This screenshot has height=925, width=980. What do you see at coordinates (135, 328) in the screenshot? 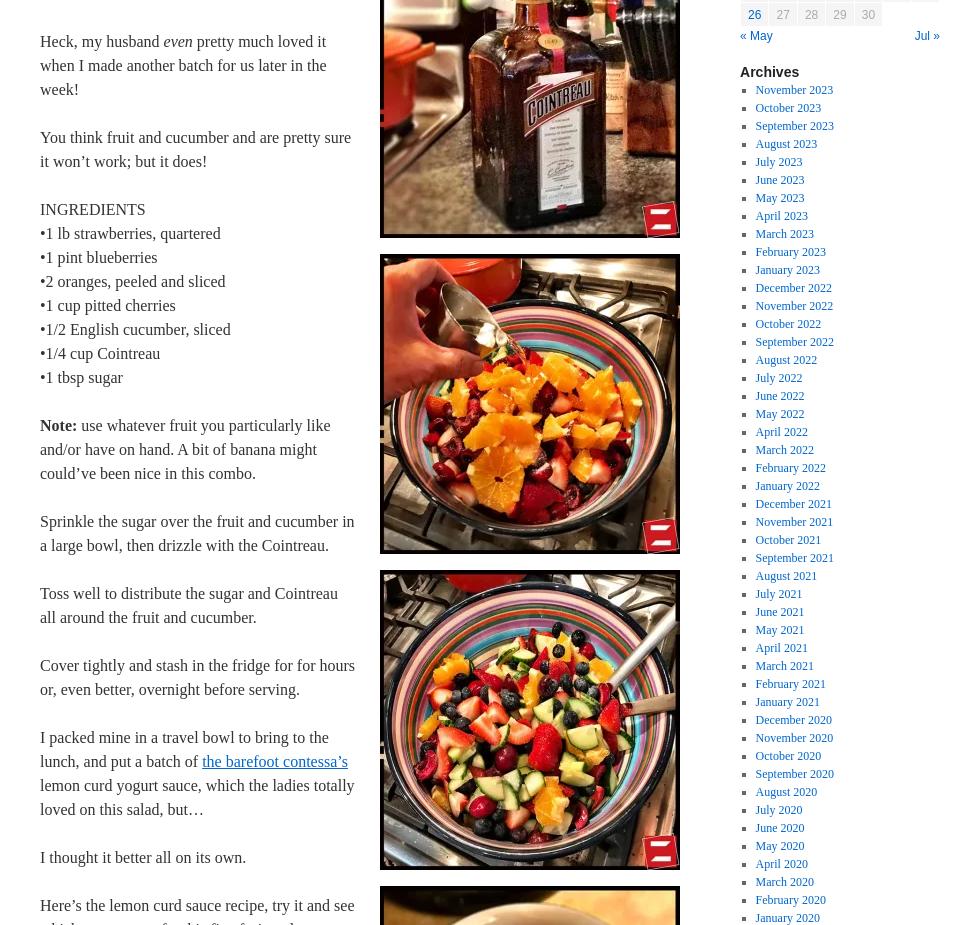
I see `'•1/2 English cucumber, sliced'` at bounding box center [135, 328].